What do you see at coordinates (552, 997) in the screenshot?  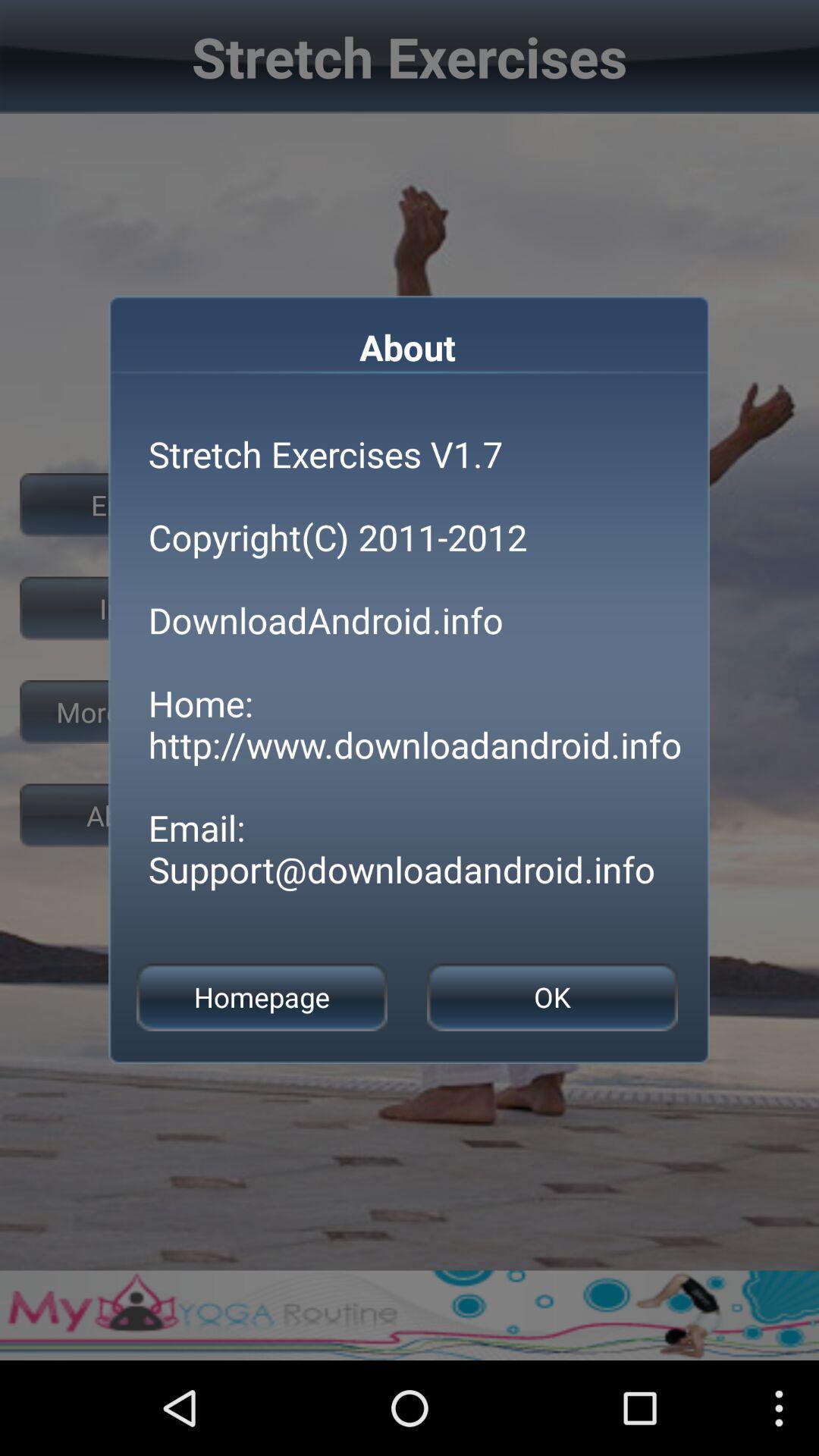 I see `button to the right of the homepage item` at bounding box center [552, 997].